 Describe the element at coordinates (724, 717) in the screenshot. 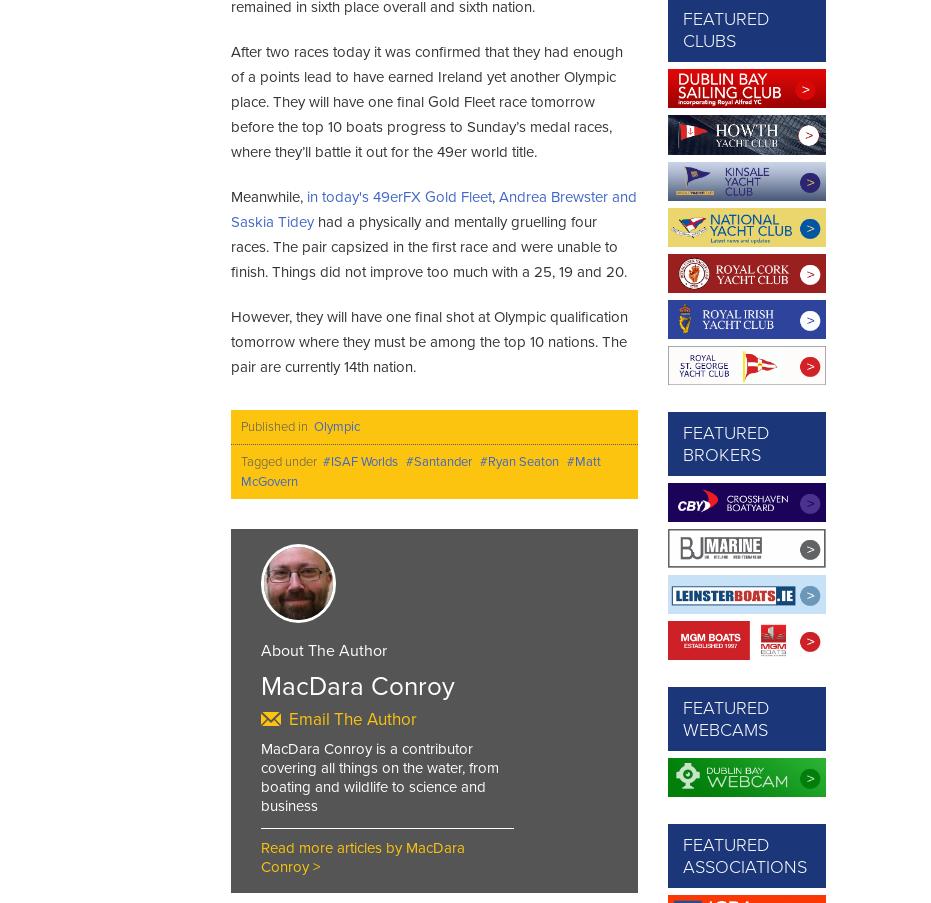

I see `'Featured Webcams'` at that location.